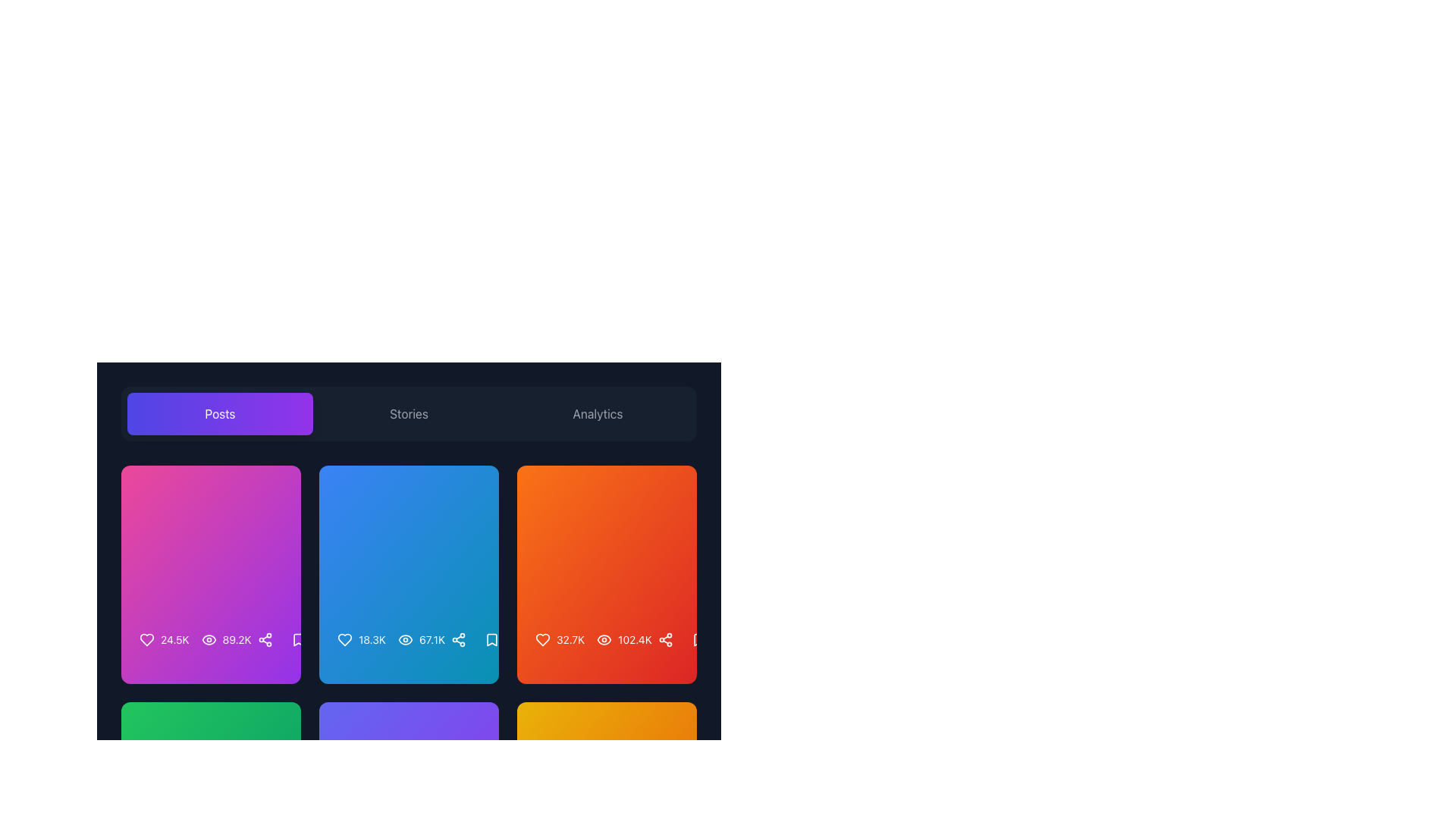 This screenshot has width=1456, height=819. Describe the element at coordinates (298, 640) in the screenshot. I see `the bookmark-like icon button located at the bottom-right of the first card to bookmark the associated content` at that location.